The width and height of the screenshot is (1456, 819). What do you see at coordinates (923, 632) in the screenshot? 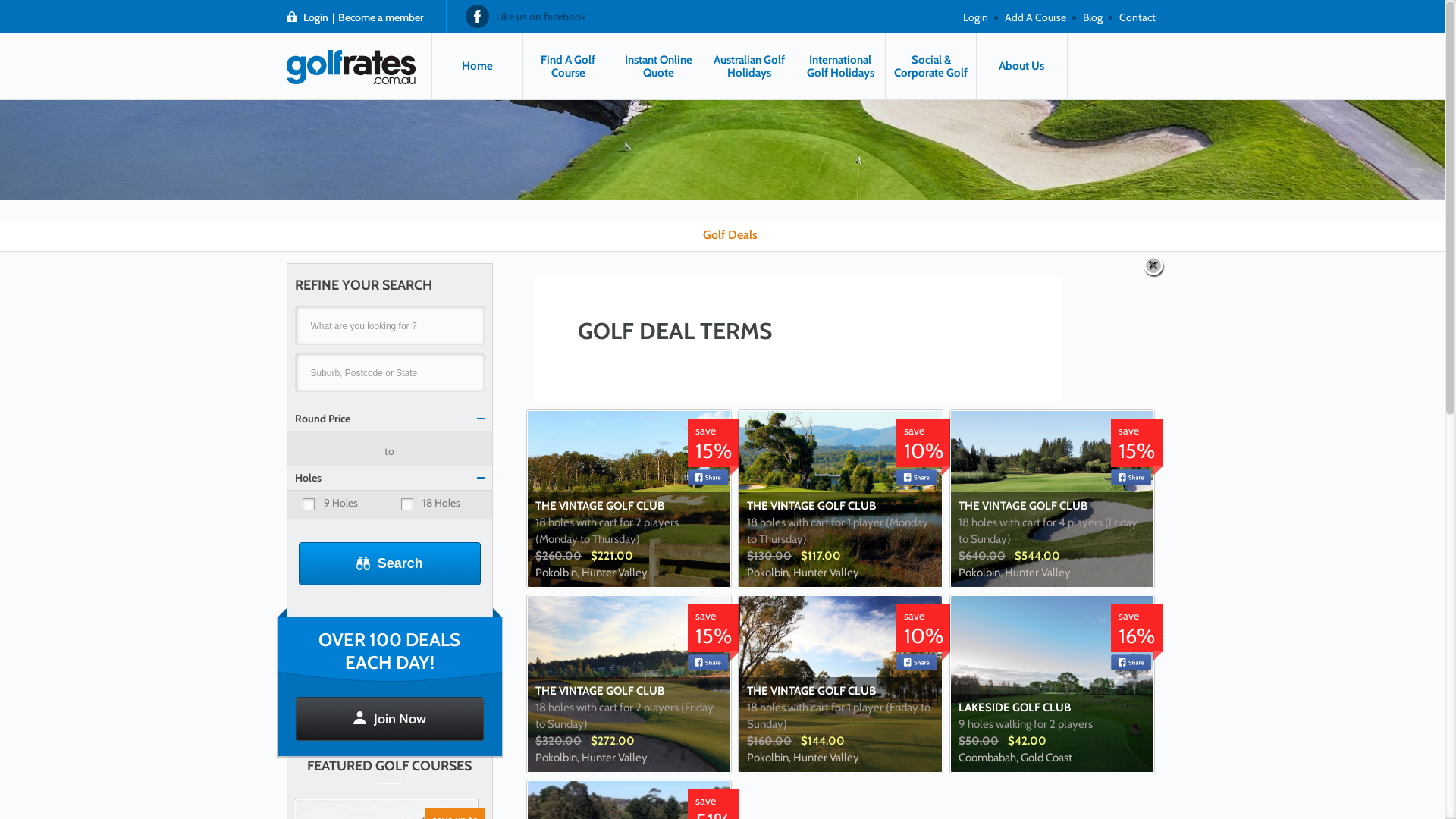
I see `'save` at bounding box center [923, 632].